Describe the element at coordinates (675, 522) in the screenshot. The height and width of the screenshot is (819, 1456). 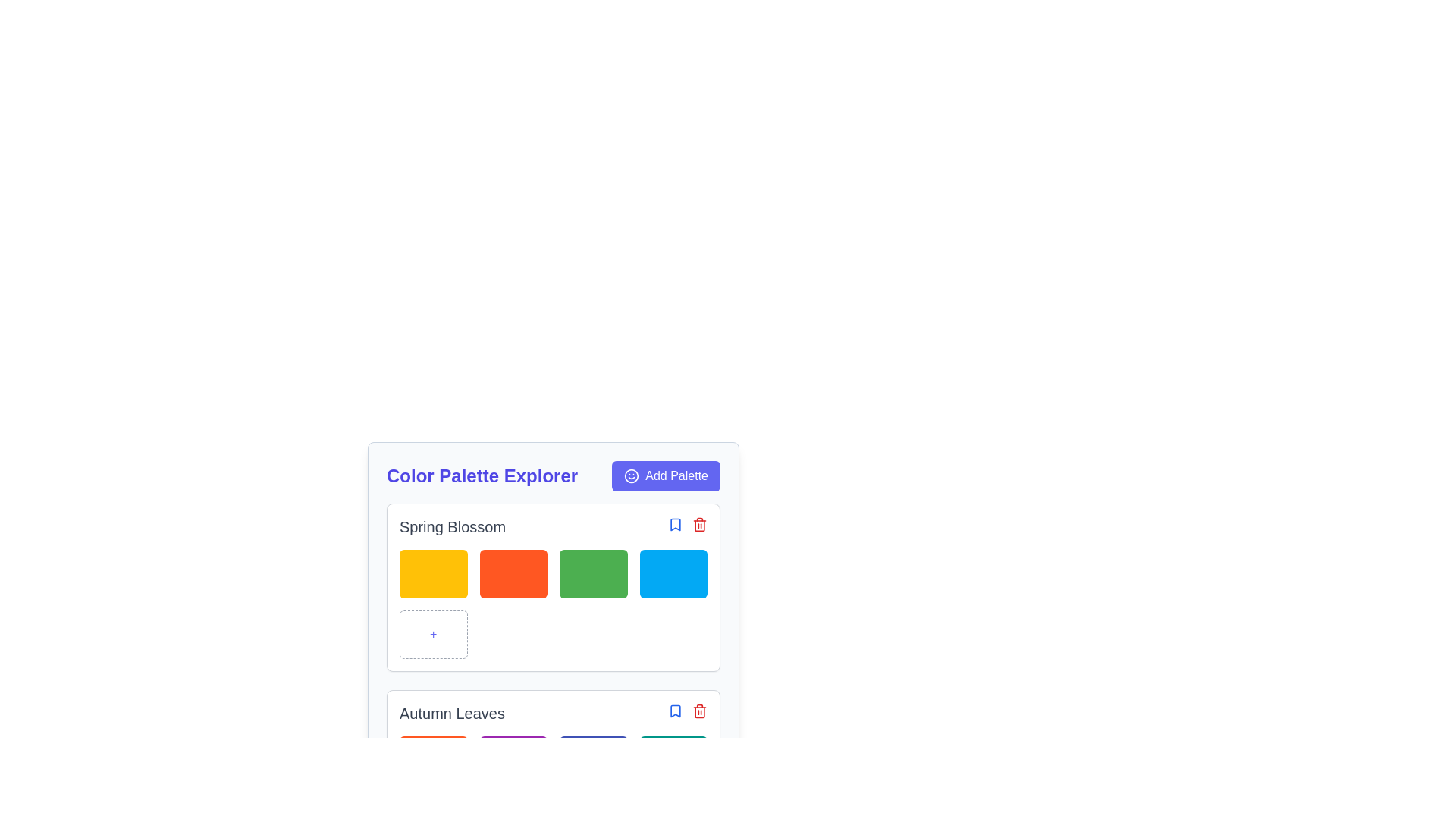
I see `the bookmark-like icon represented by an outlined SVG graphic` at that location.